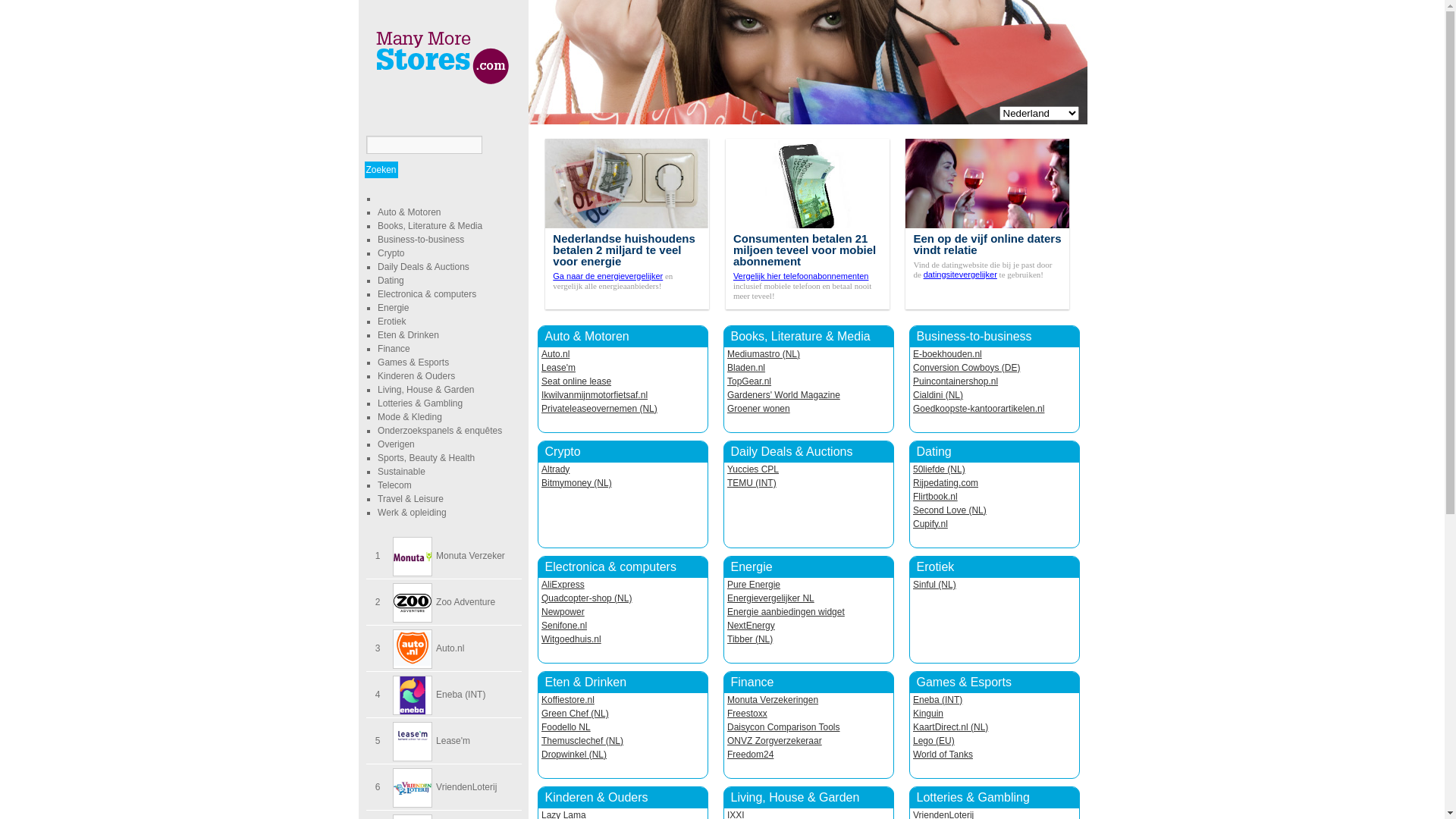  I want to click on 'Werk & opleiding', so click(412, 512).